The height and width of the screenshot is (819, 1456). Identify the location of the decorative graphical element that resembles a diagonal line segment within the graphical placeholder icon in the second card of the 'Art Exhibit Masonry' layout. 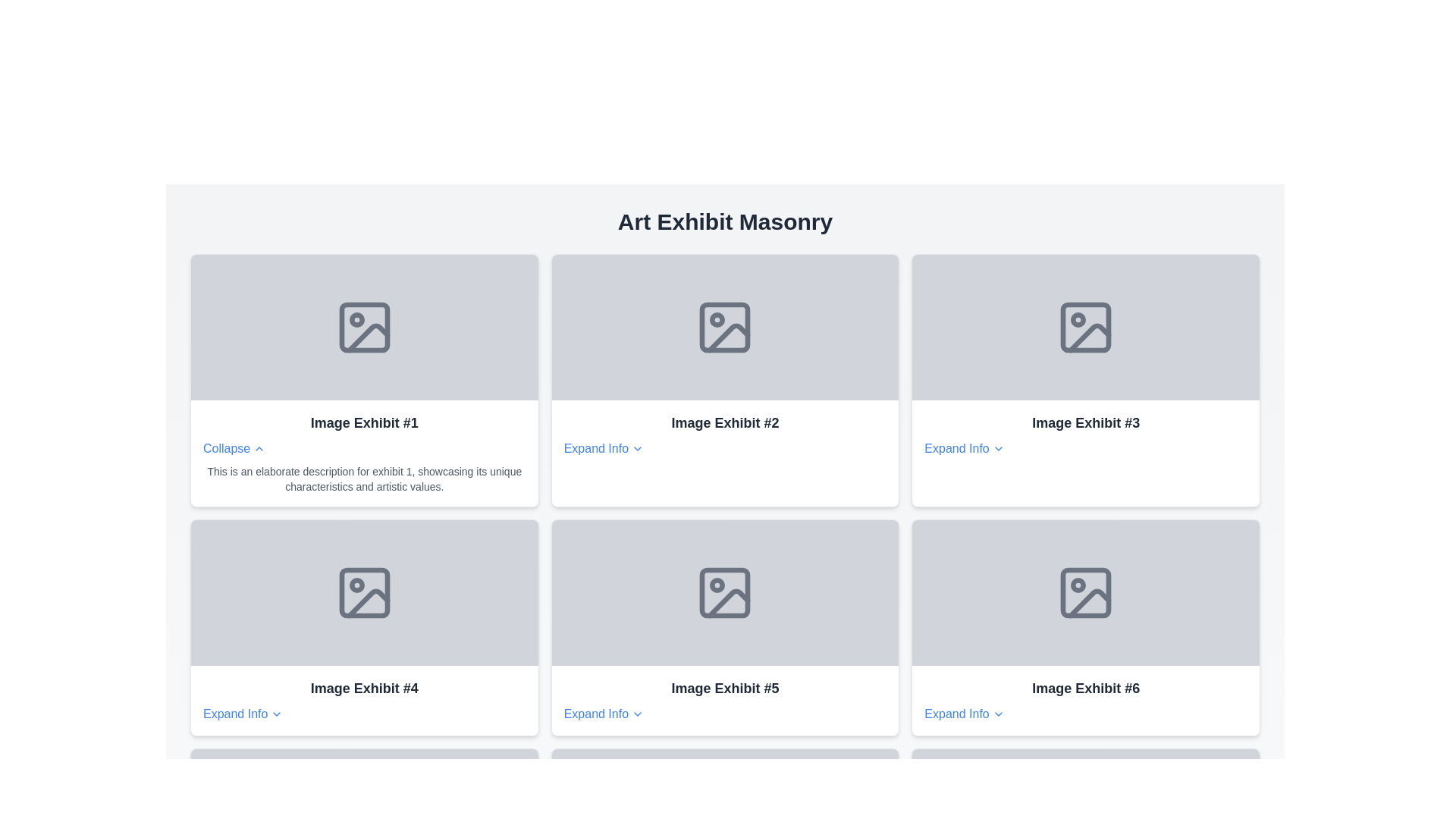
(729, 337).